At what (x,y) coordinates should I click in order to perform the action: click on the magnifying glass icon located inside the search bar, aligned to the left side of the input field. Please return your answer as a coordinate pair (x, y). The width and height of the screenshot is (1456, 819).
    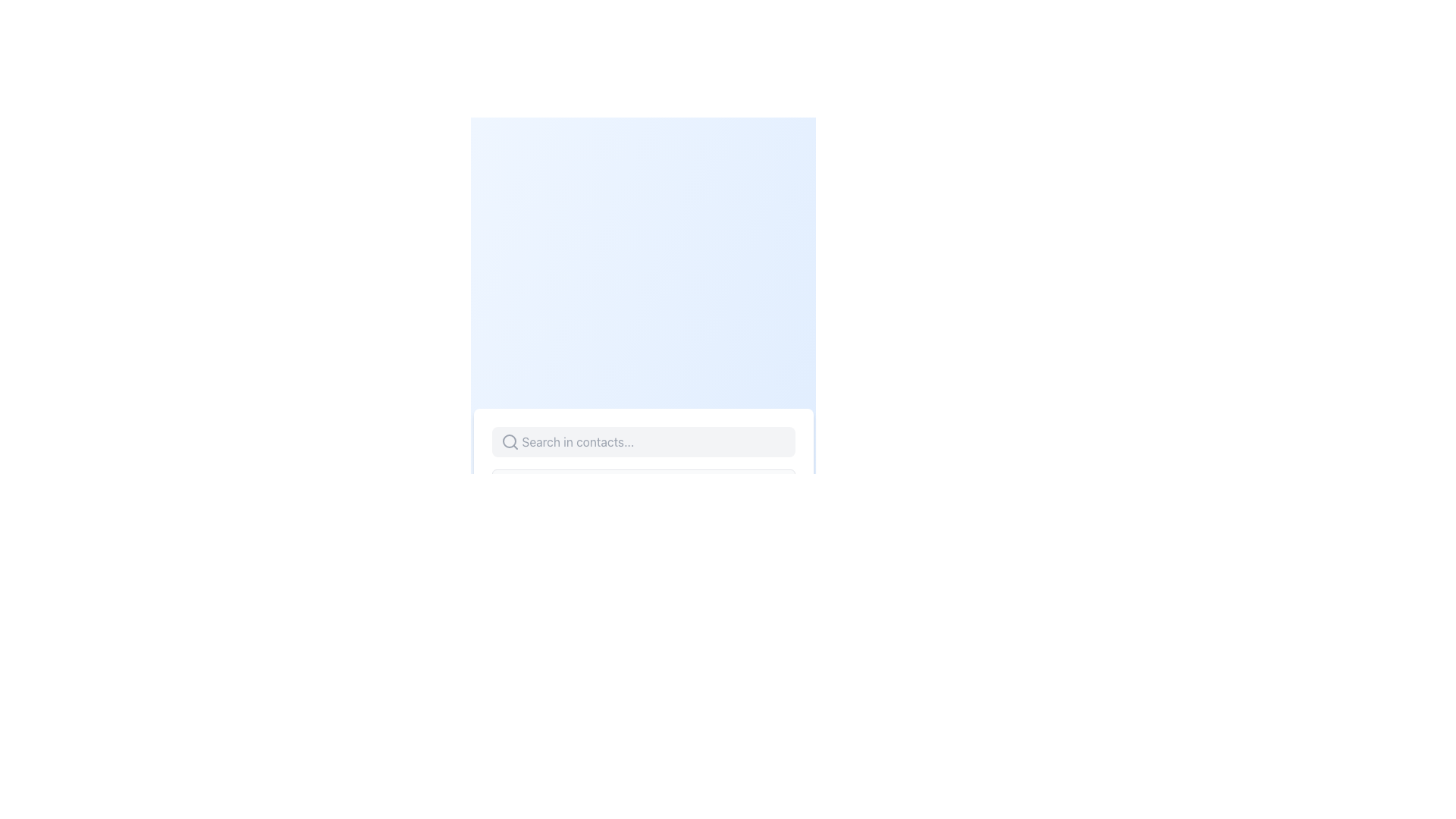
    Looking at the image, I should click on (510, 441).